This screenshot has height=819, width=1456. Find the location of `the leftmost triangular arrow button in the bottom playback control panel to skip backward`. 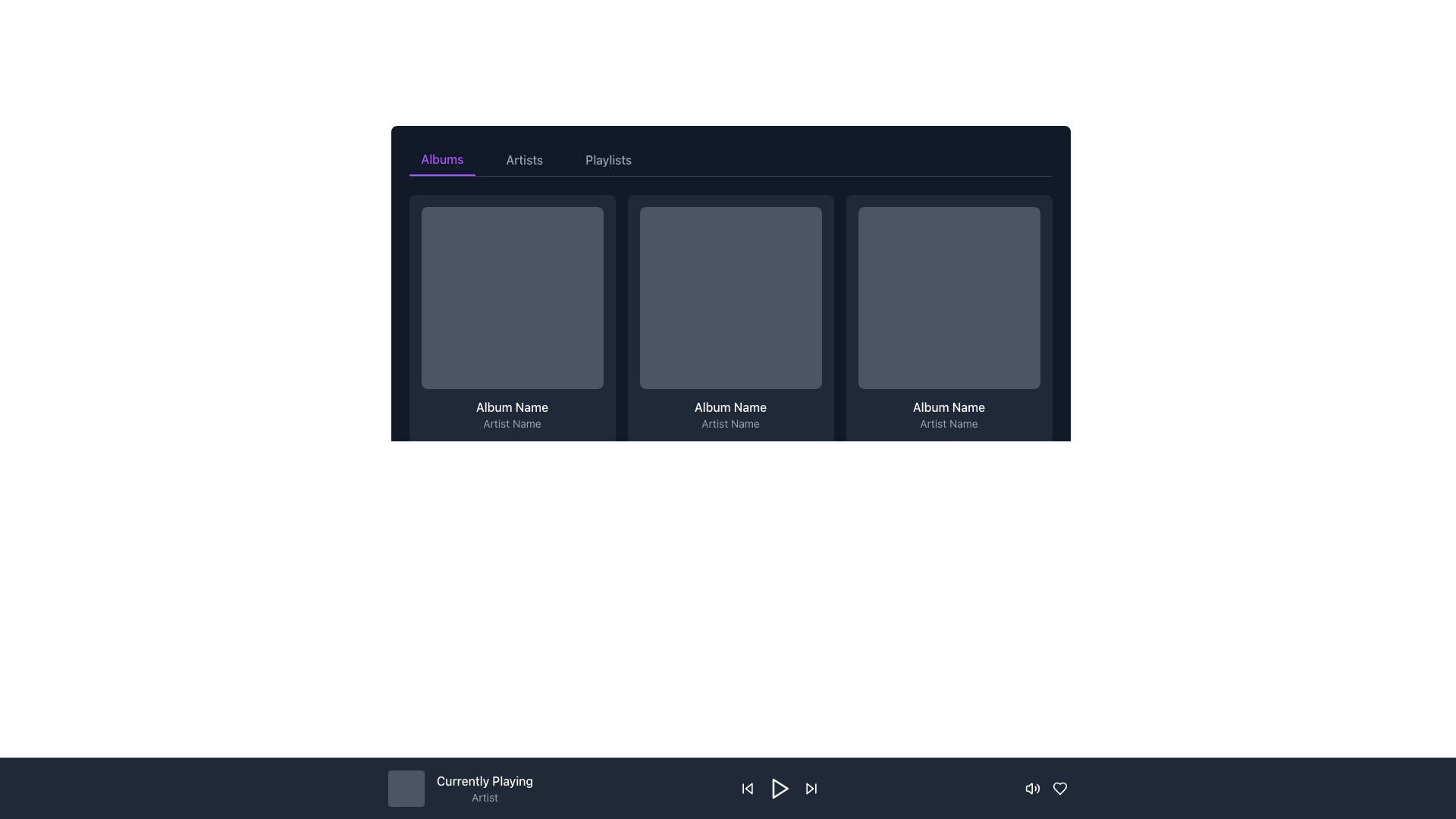

the leftmost triangular arrow button in the bottom playback control panel to skip backward is located at coordinates (748, 788).